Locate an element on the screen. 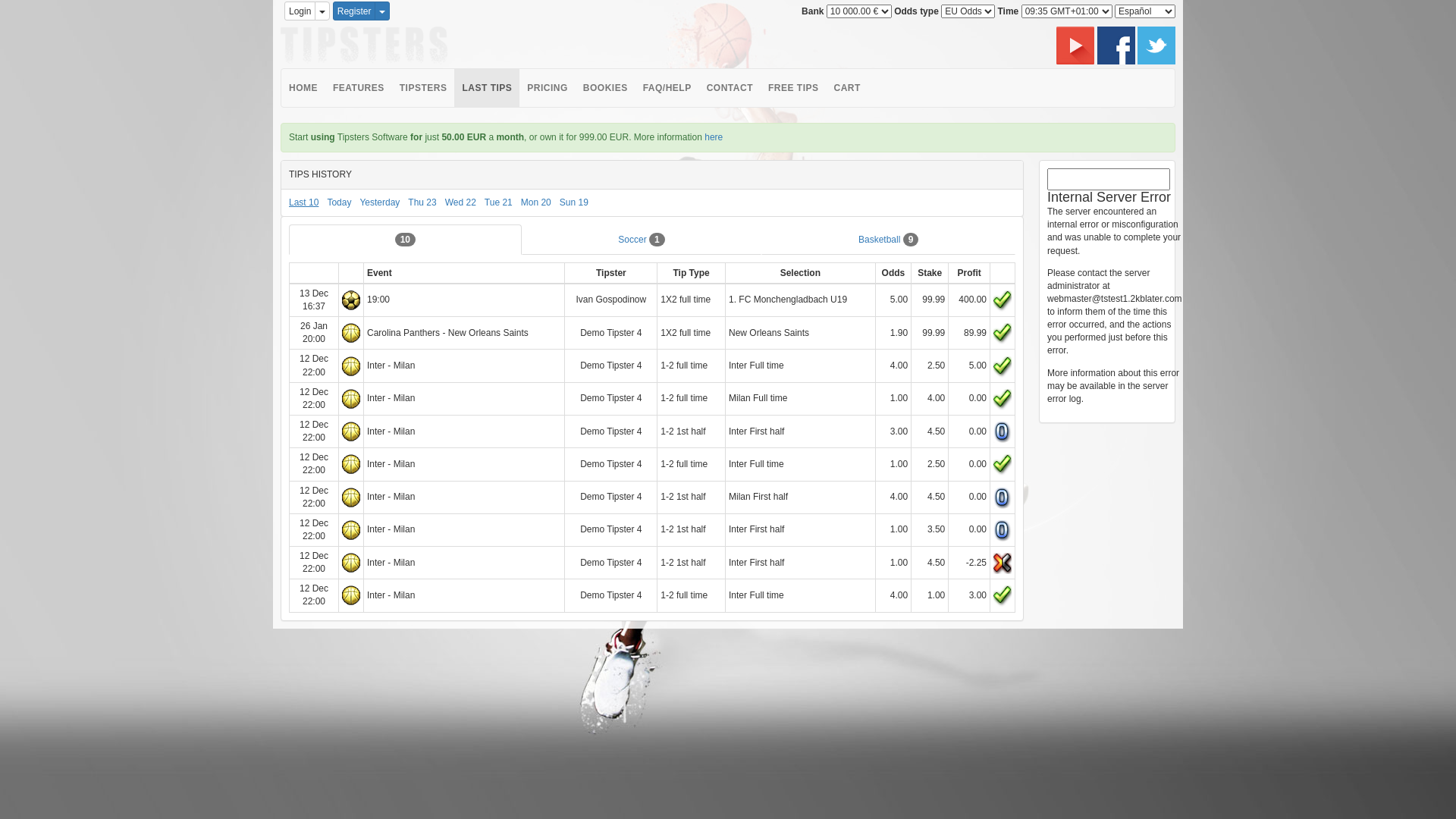  ' on Twitter' is located at coordinates (1156, 43).